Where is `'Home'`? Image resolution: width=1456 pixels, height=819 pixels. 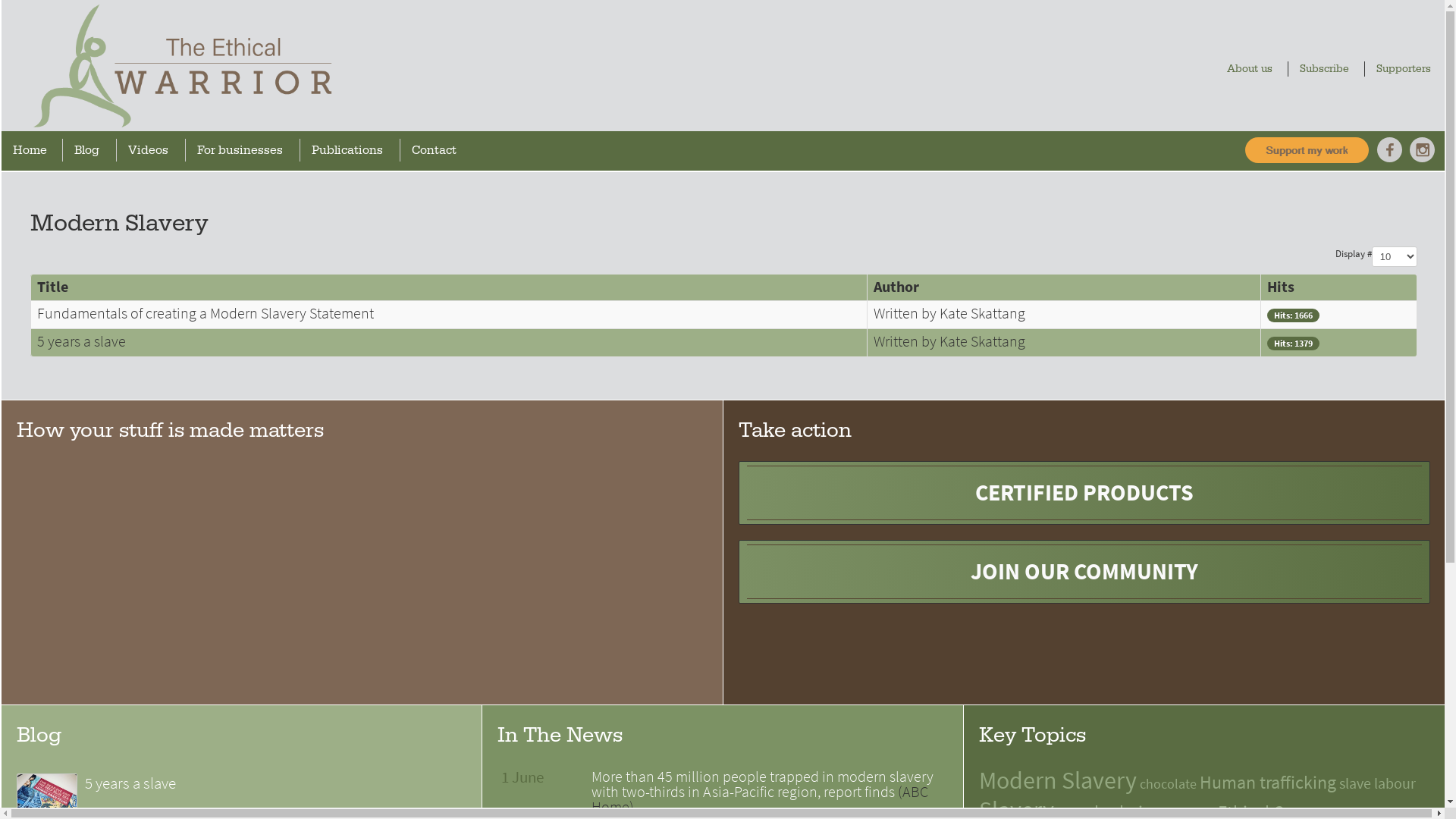
'Home' is located at coordinates (33, 149).